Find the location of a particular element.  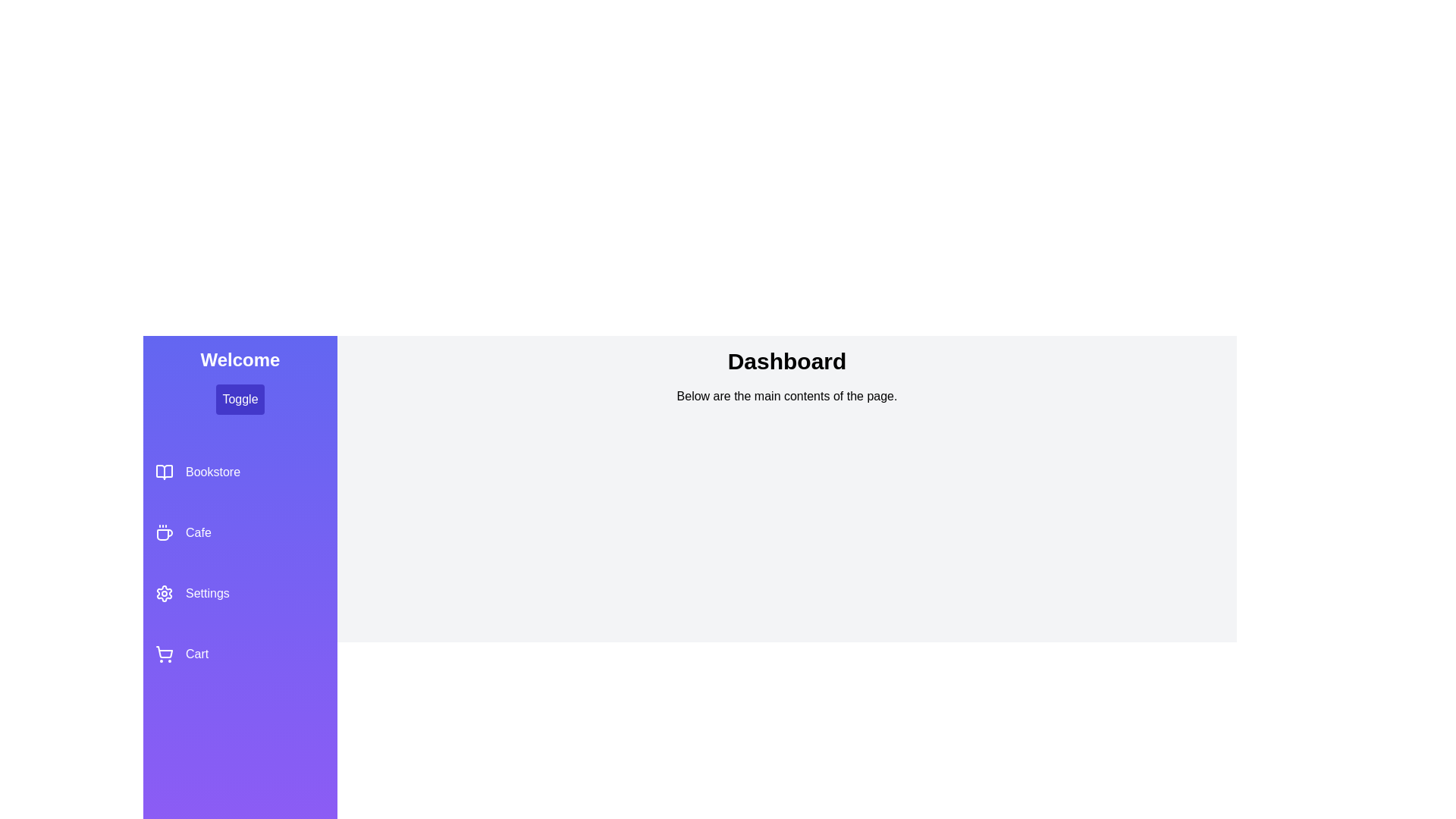

the Bookstore section in the sidebar is located at coordinates (239, 472).